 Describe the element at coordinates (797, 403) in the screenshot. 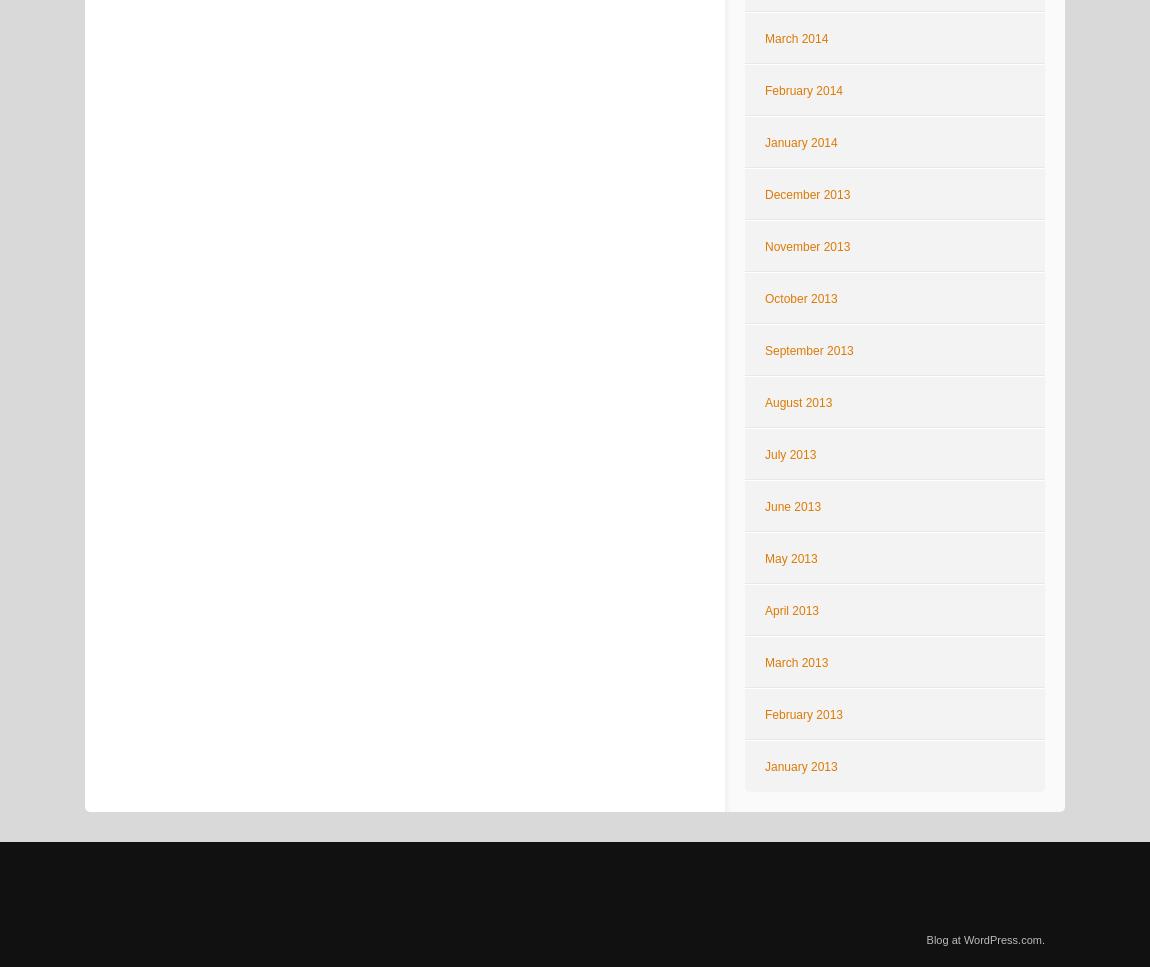

I see `'August 2013'` at that location.